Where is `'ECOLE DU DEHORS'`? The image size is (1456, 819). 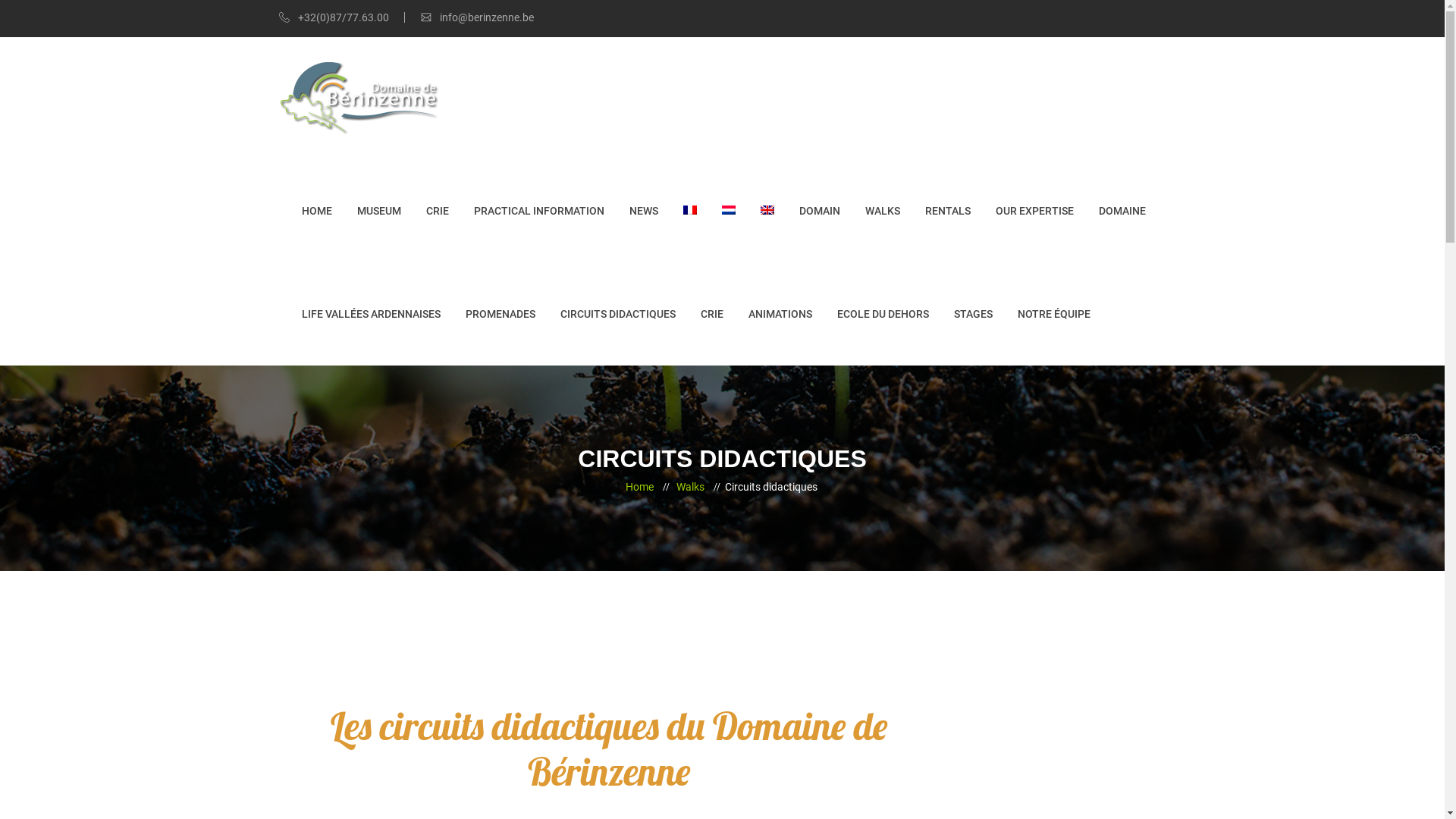 'ECOLE DU DEHORS' is located at coordinates (883, 312).